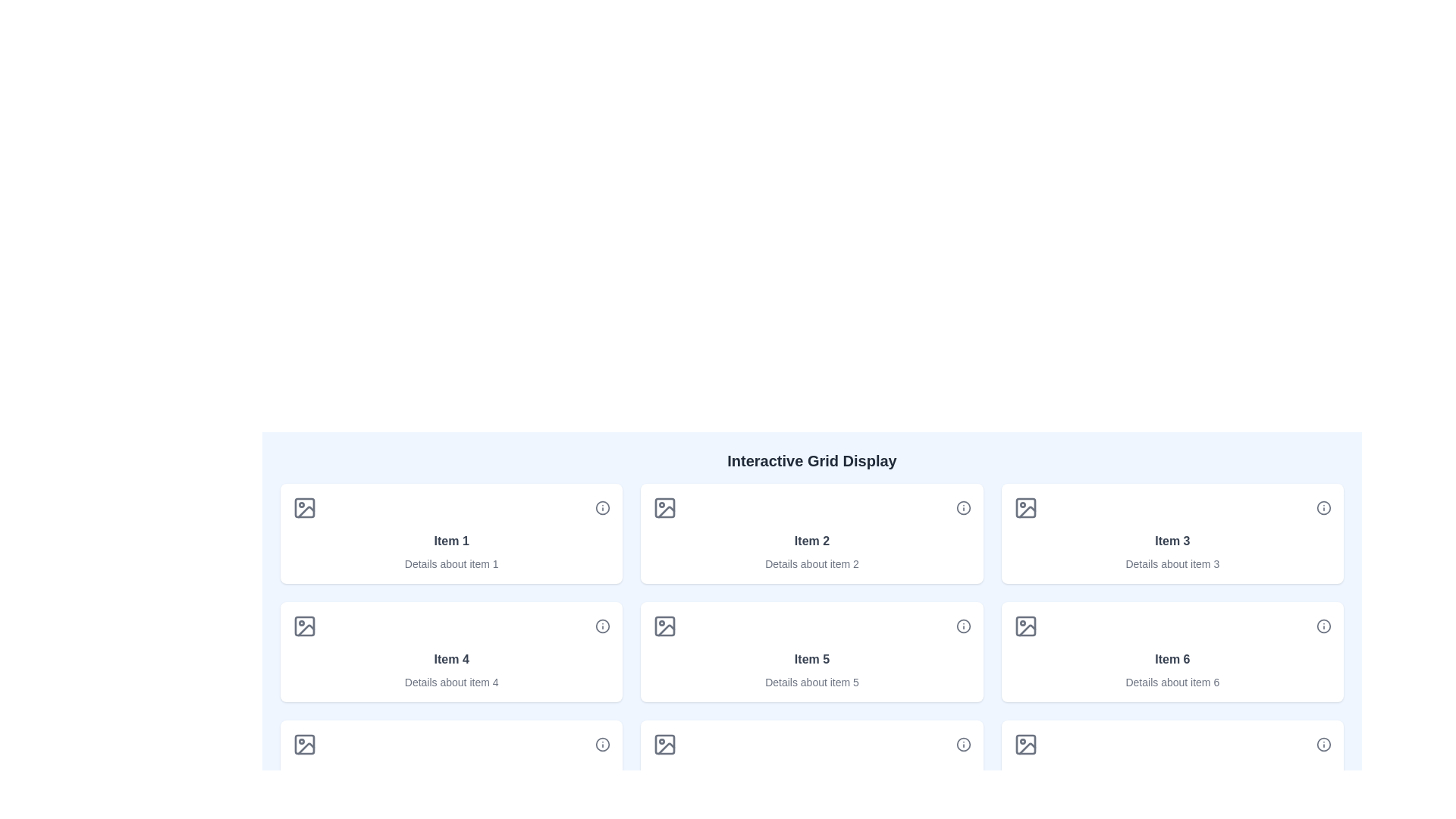  Describe the element at coordinates (602, 626) in the screenshot. I see `the informational or decorative icon (Circle) located in the 'Item 4' section, positioned below 'Item 1' and to the left of 'Item 5'` at that location.